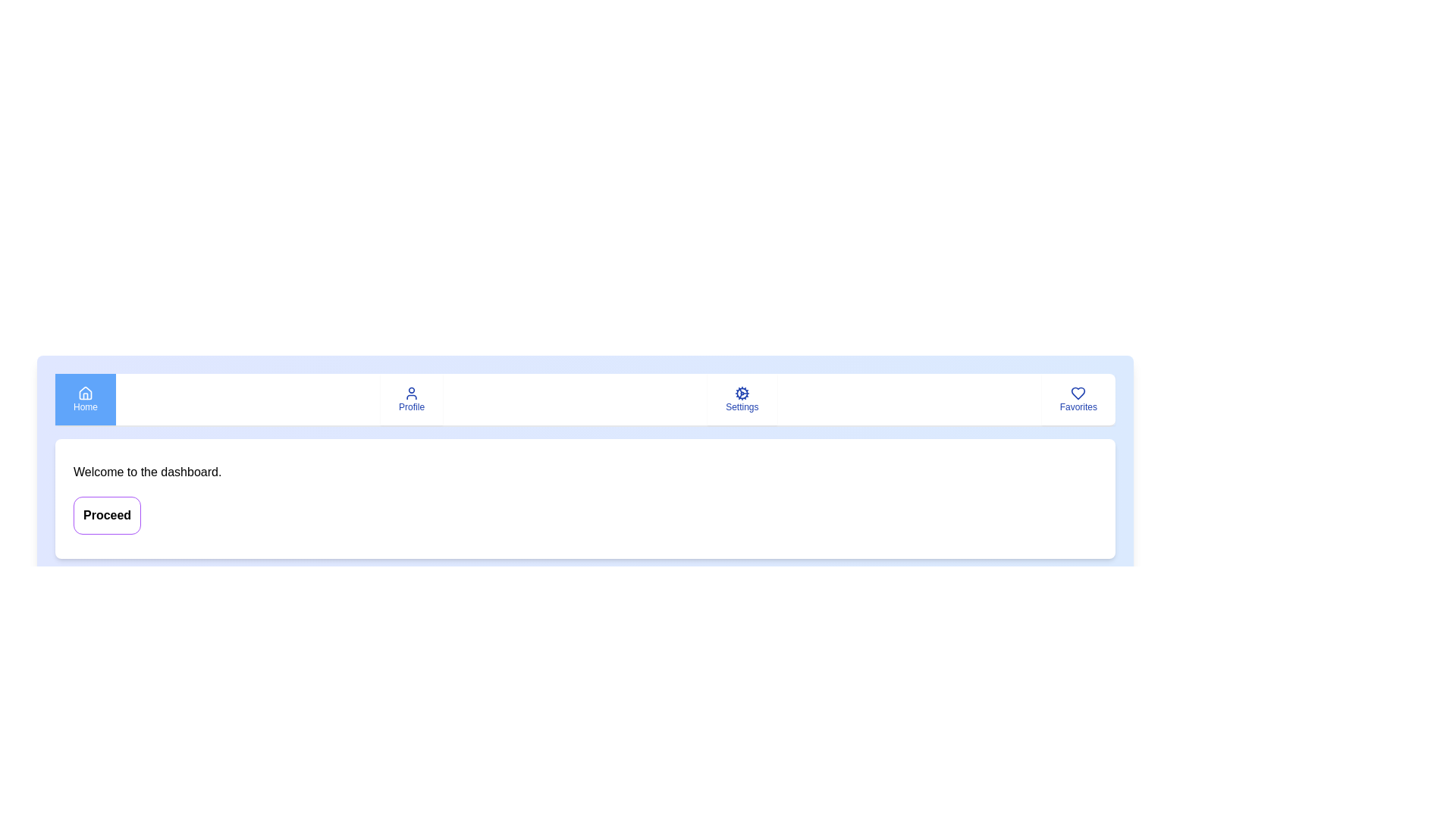 This screenshot has height=819, width=1456. Describe the element at coordinates (1077, 399) in the screenshot. I see `the Favorites tab` at that location.